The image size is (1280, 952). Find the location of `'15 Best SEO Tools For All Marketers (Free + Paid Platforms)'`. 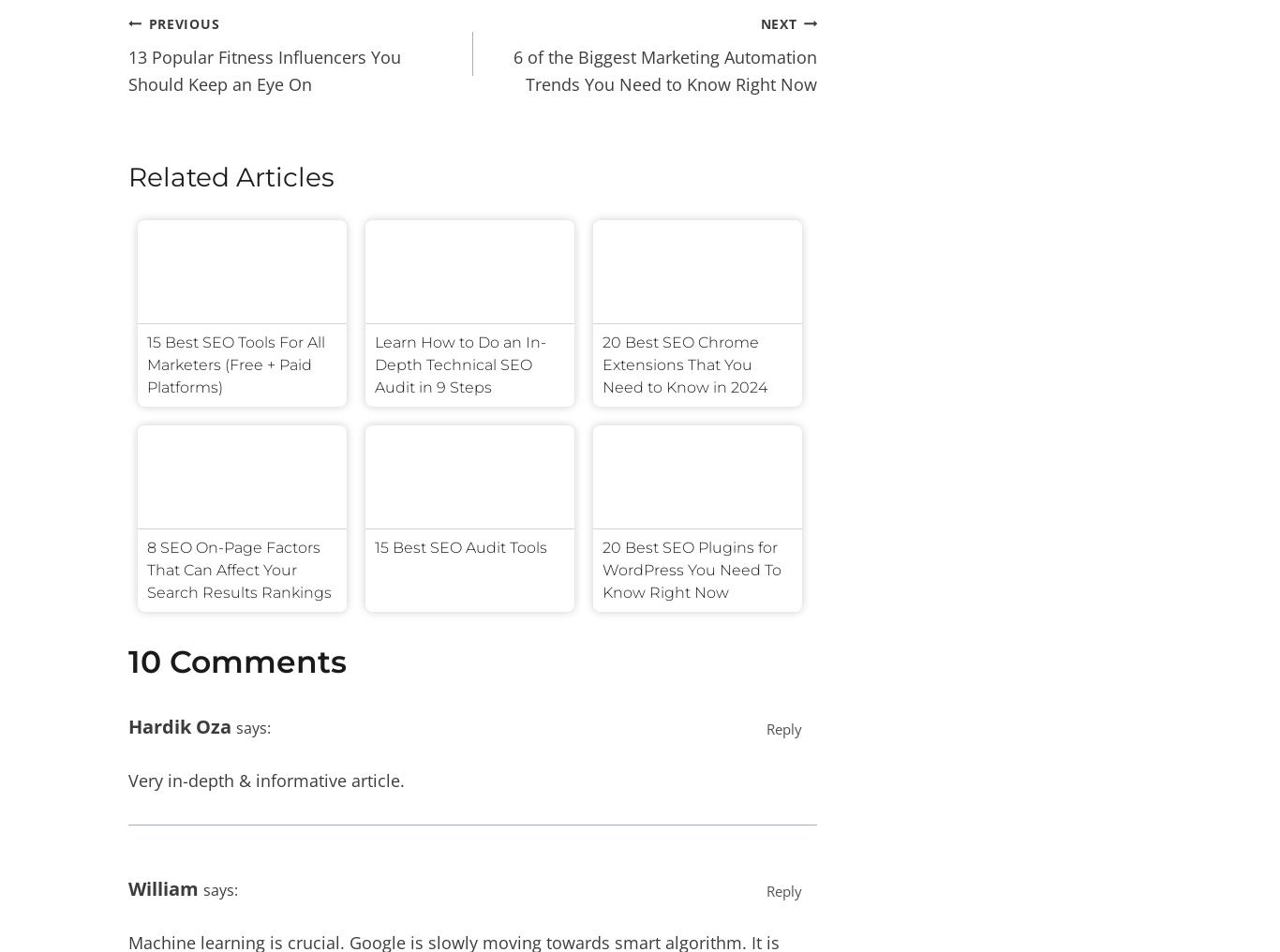

'15 Best SEO Tools For All Marketers (Free + Paid Platforms)' is located at coordinates (236, 364).